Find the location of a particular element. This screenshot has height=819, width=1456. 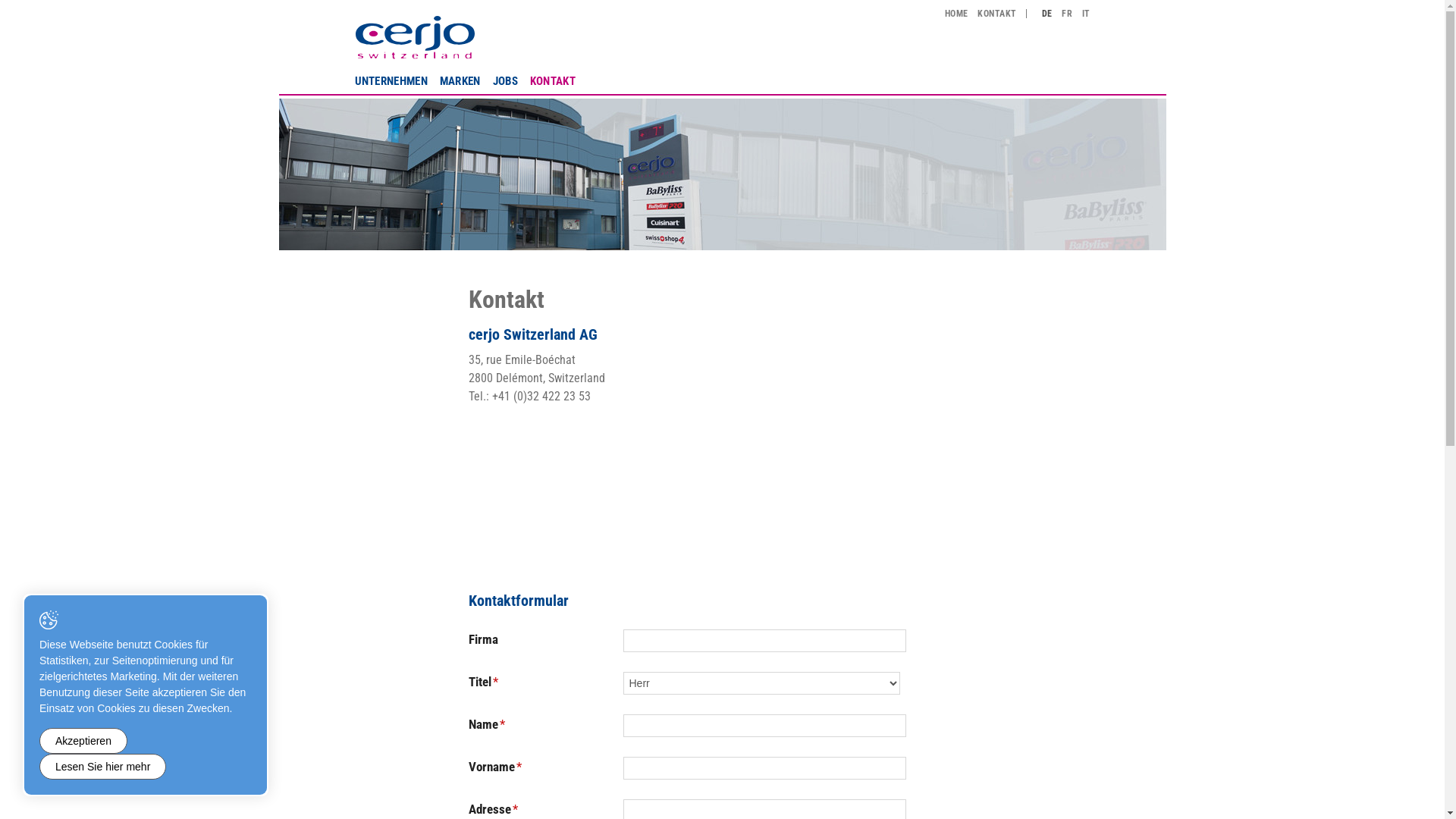

'cerjo Switzerland AG' is located at coordinates (415, 36).